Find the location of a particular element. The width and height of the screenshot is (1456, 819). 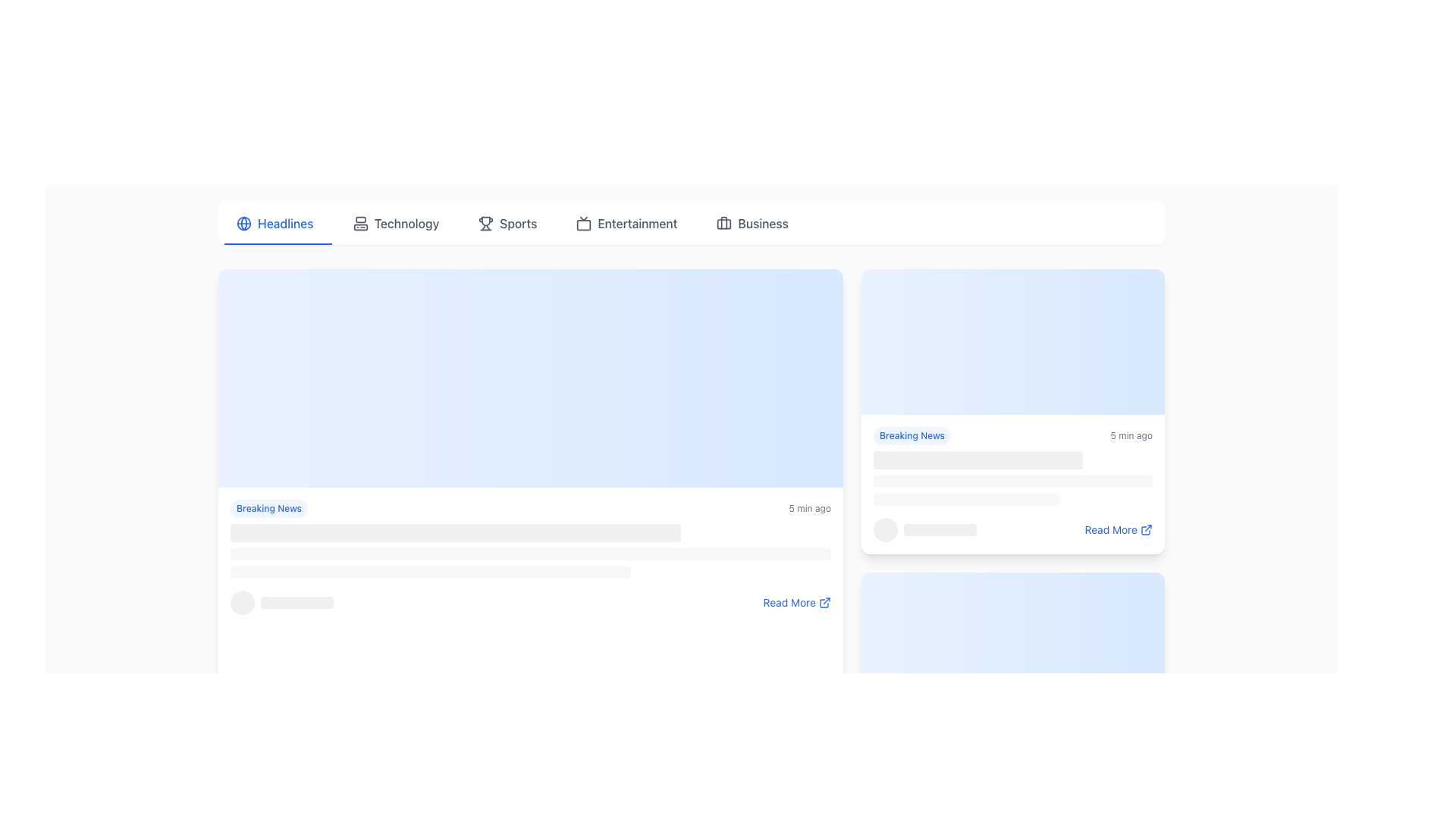

the loading placeholder circle, which is a circular element with a light gray background located within a card layout on the right column near the bottom of the news feed area is located at coordinates (885, 529).